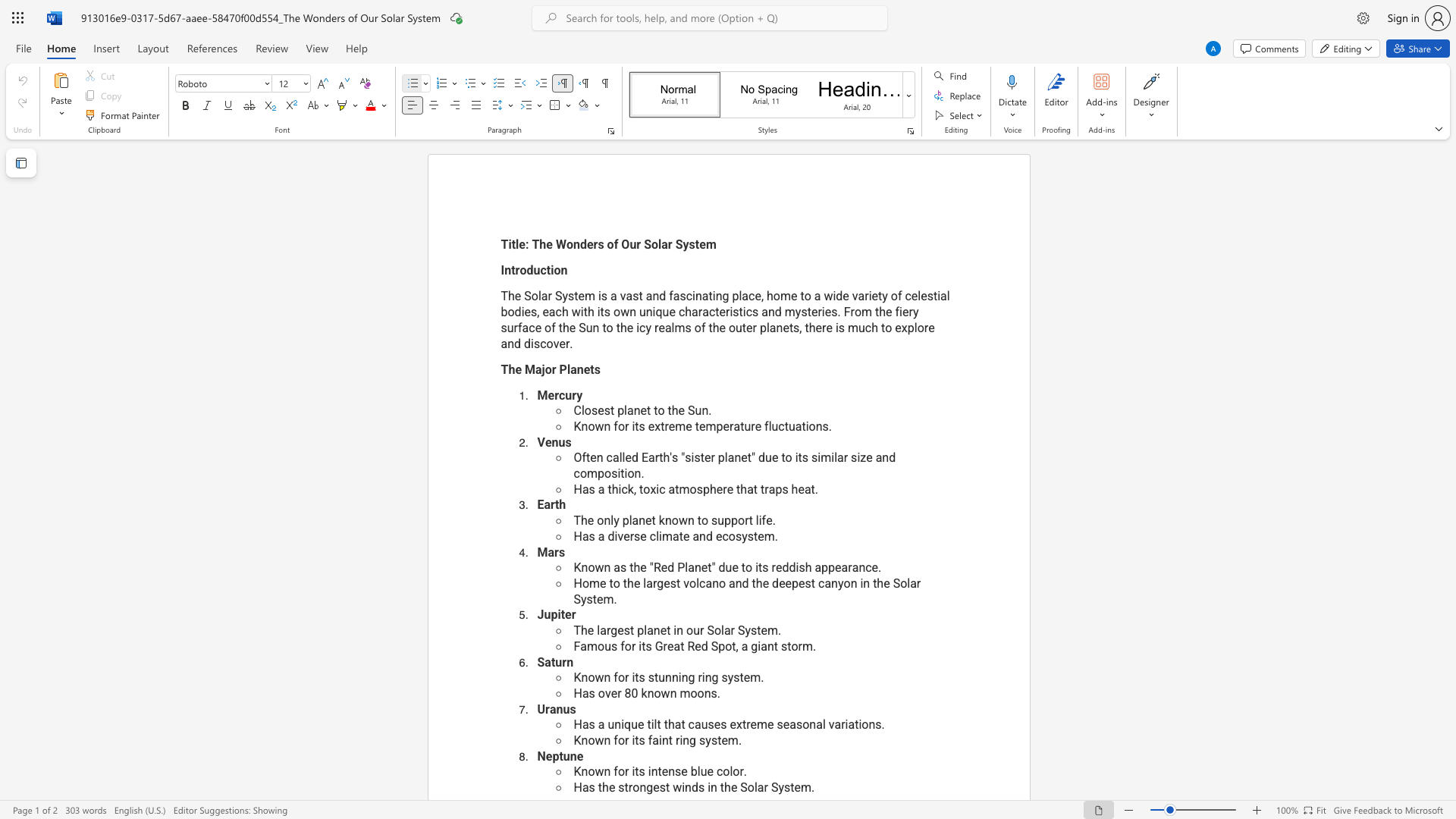  I want to click on the space between the continuous character "a" and "i" in the text, so click(657, 739).